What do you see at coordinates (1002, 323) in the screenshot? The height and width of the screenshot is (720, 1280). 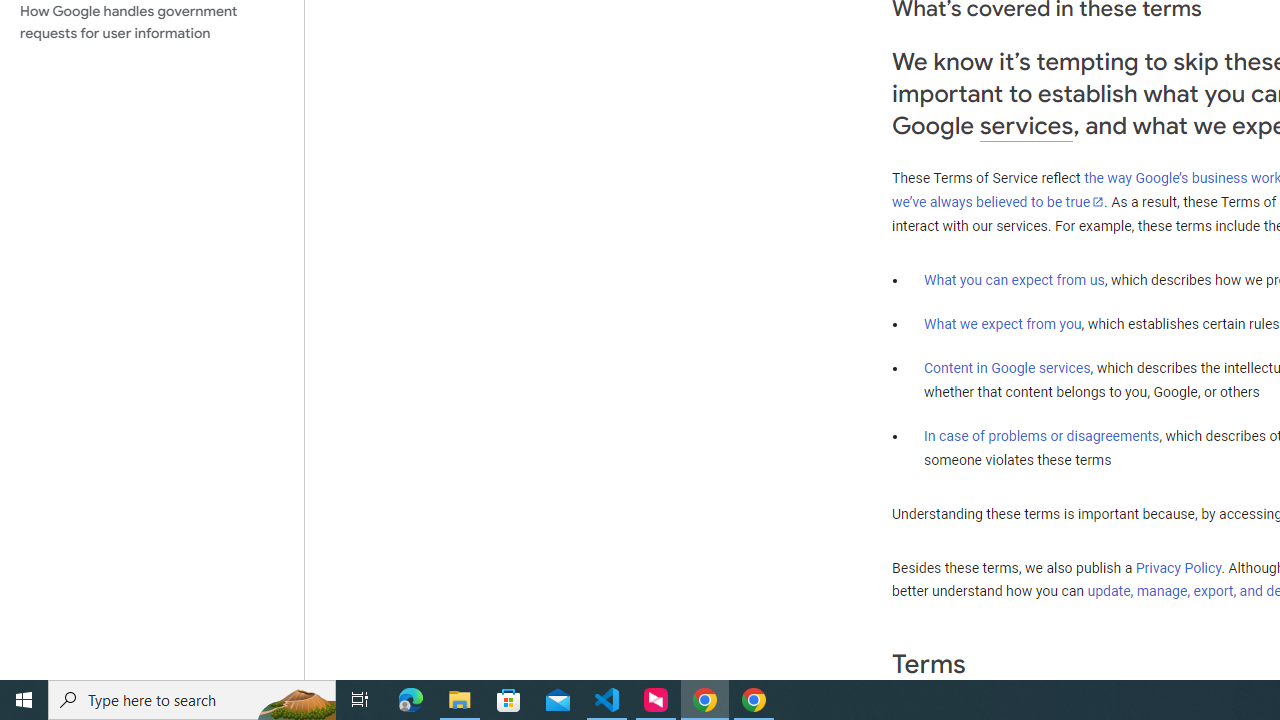 I see `'What we expect from you'` at bounding box center [1002, 323].